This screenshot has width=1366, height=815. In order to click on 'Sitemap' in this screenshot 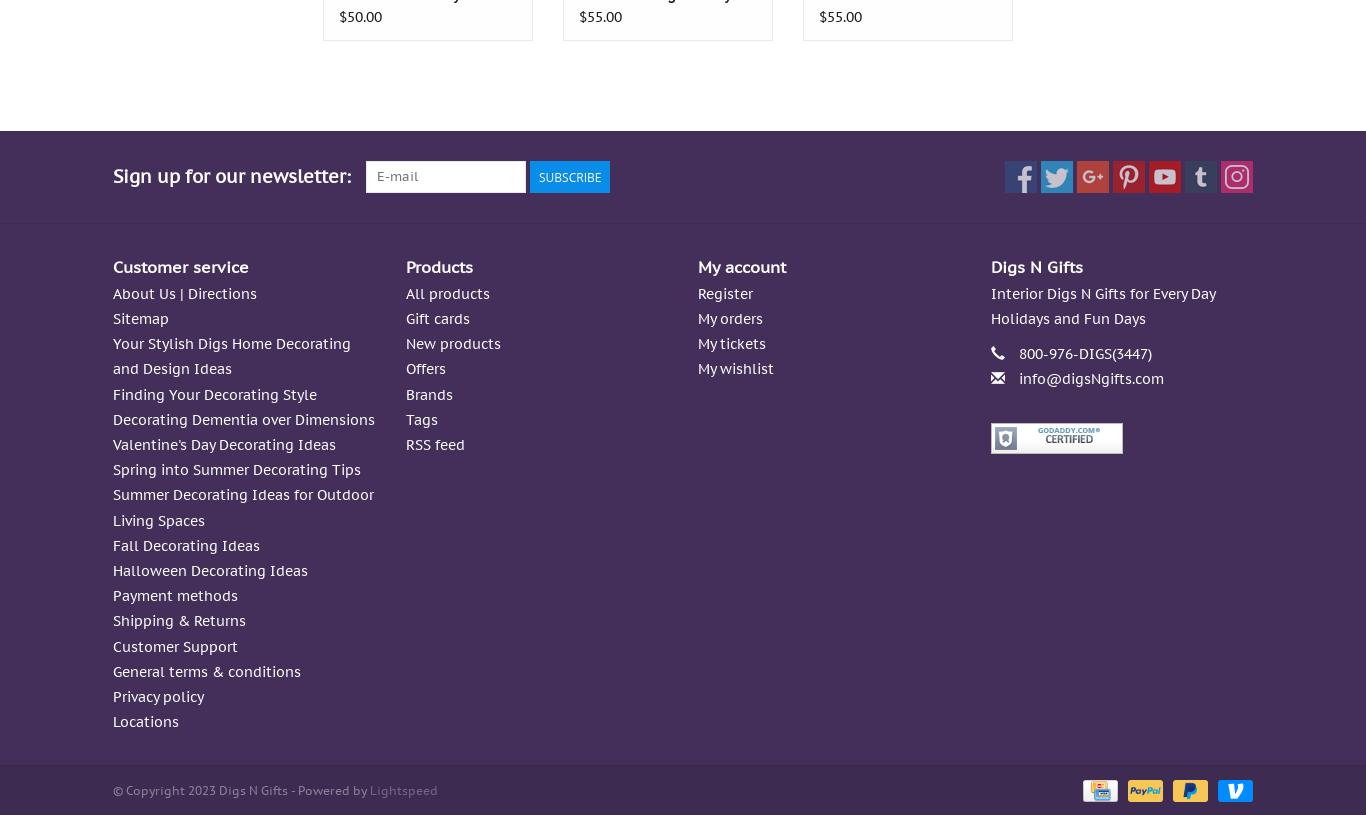, I will do `click(139, 317)`.